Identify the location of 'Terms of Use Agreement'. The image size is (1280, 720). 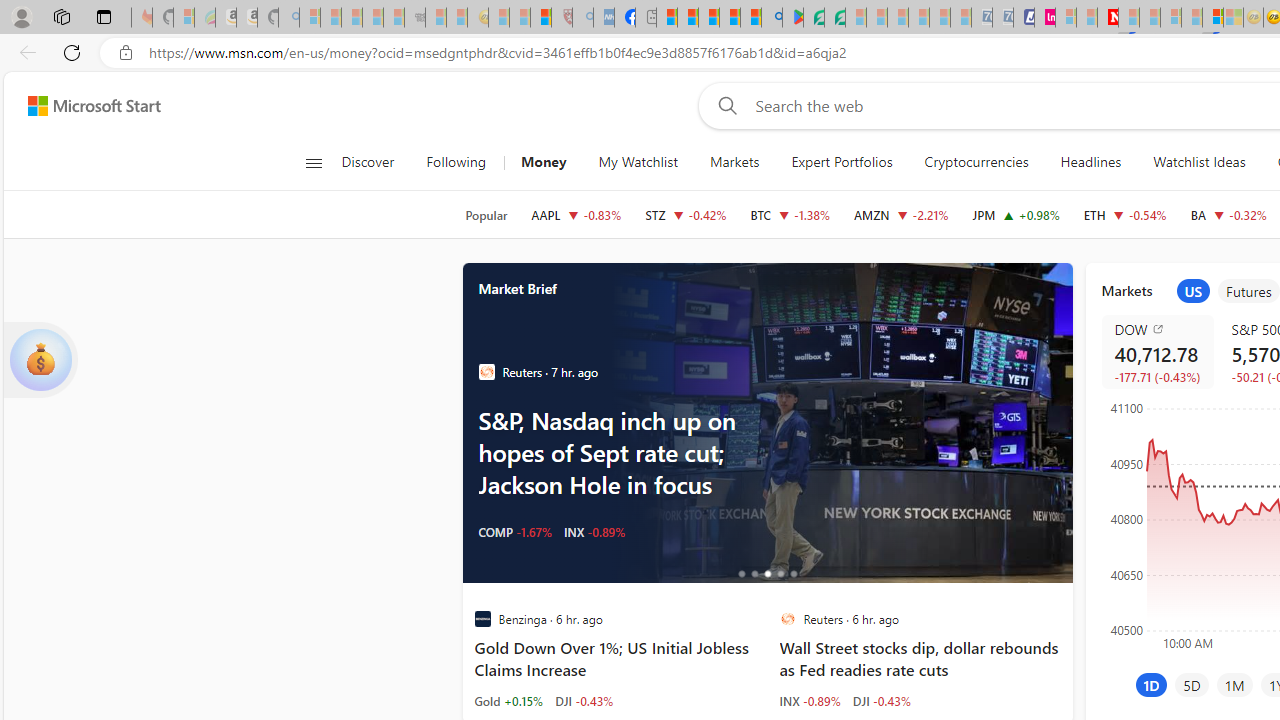
(814, 17).